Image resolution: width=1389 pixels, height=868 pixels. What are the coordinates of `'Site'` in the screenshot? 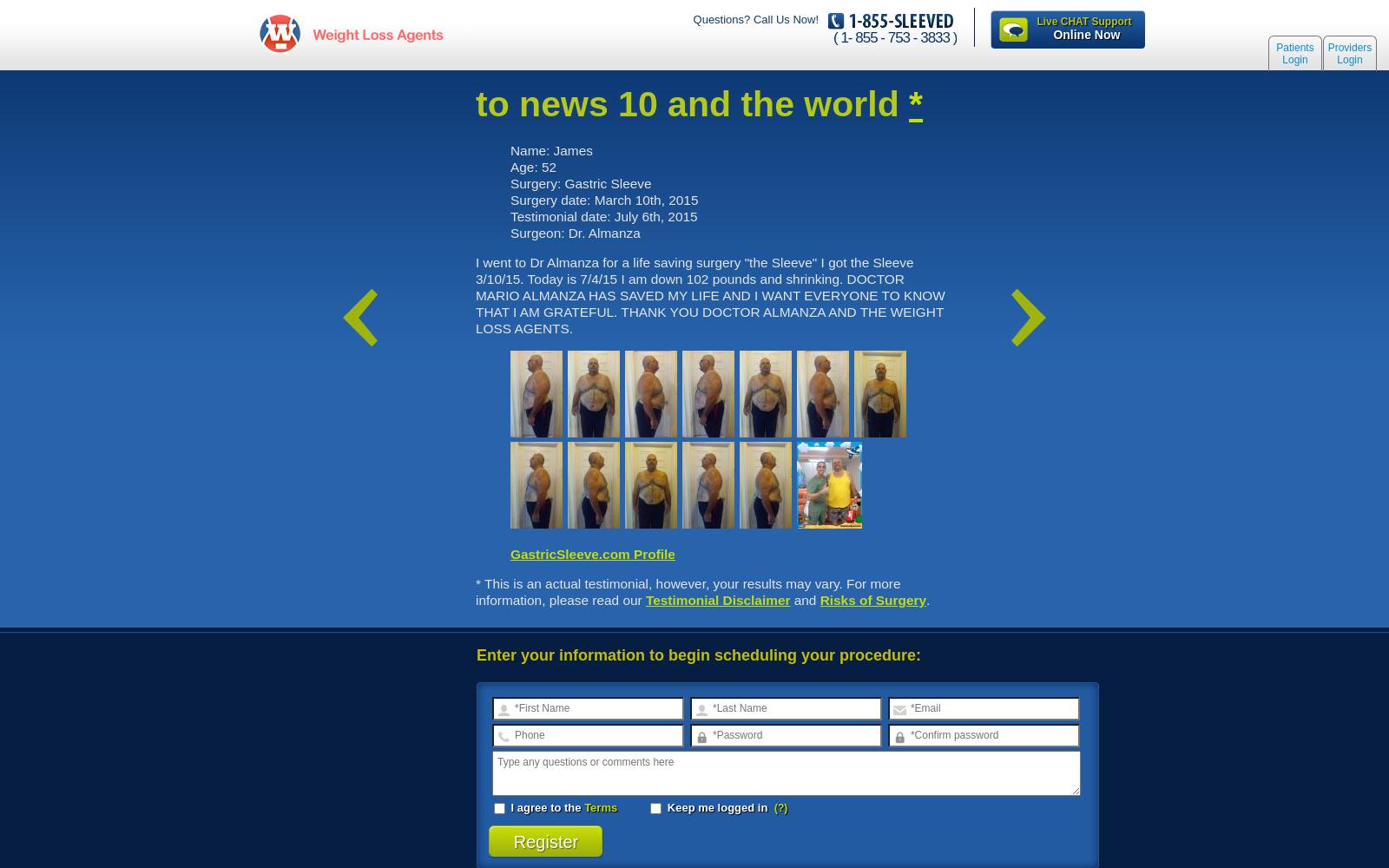 It's located at (474, 417).